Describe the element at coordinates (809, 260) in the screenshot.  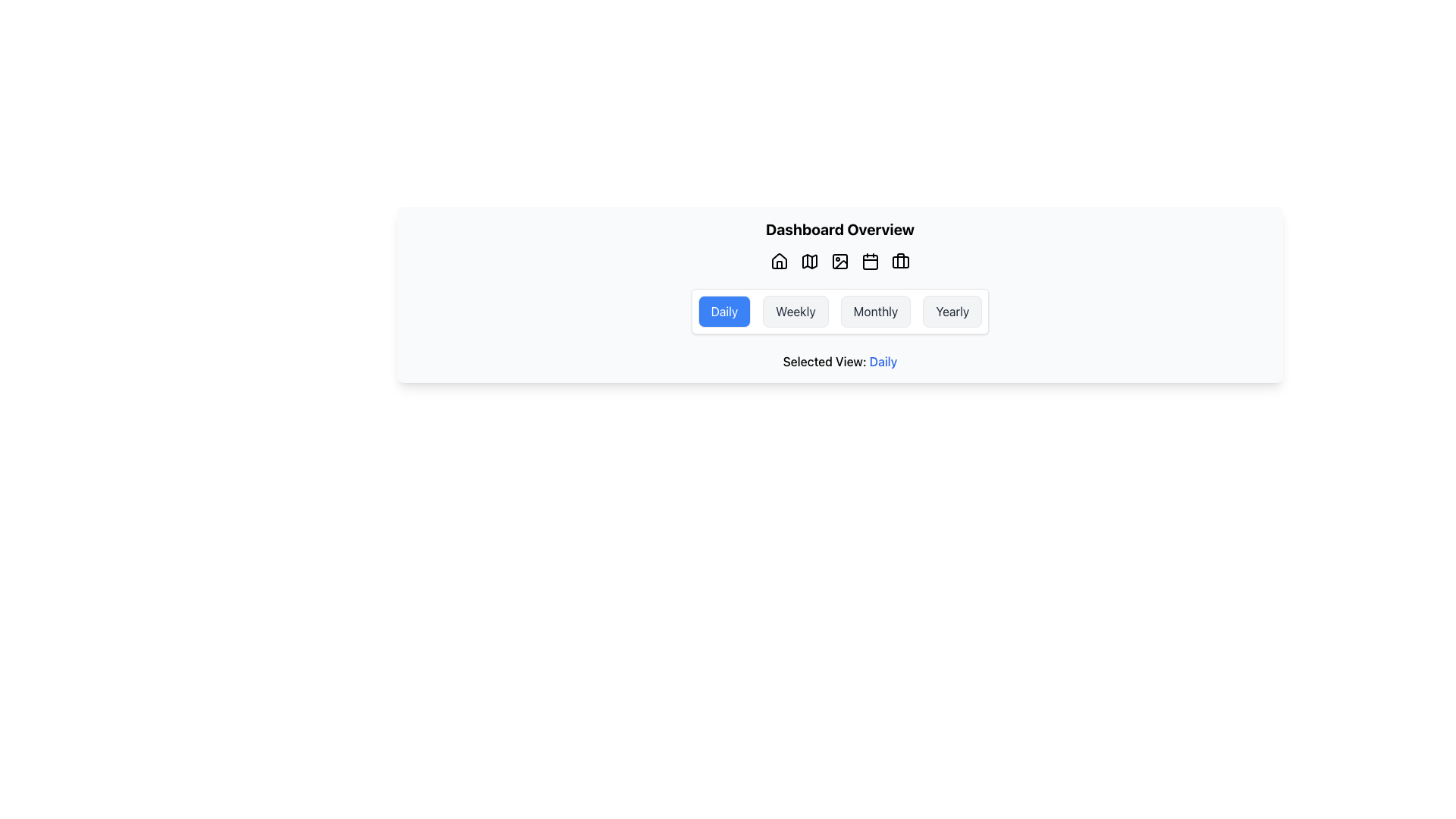
I see `the second icon in the row of navigation icons underneath the 'Dashboard Overview' title` at that location.